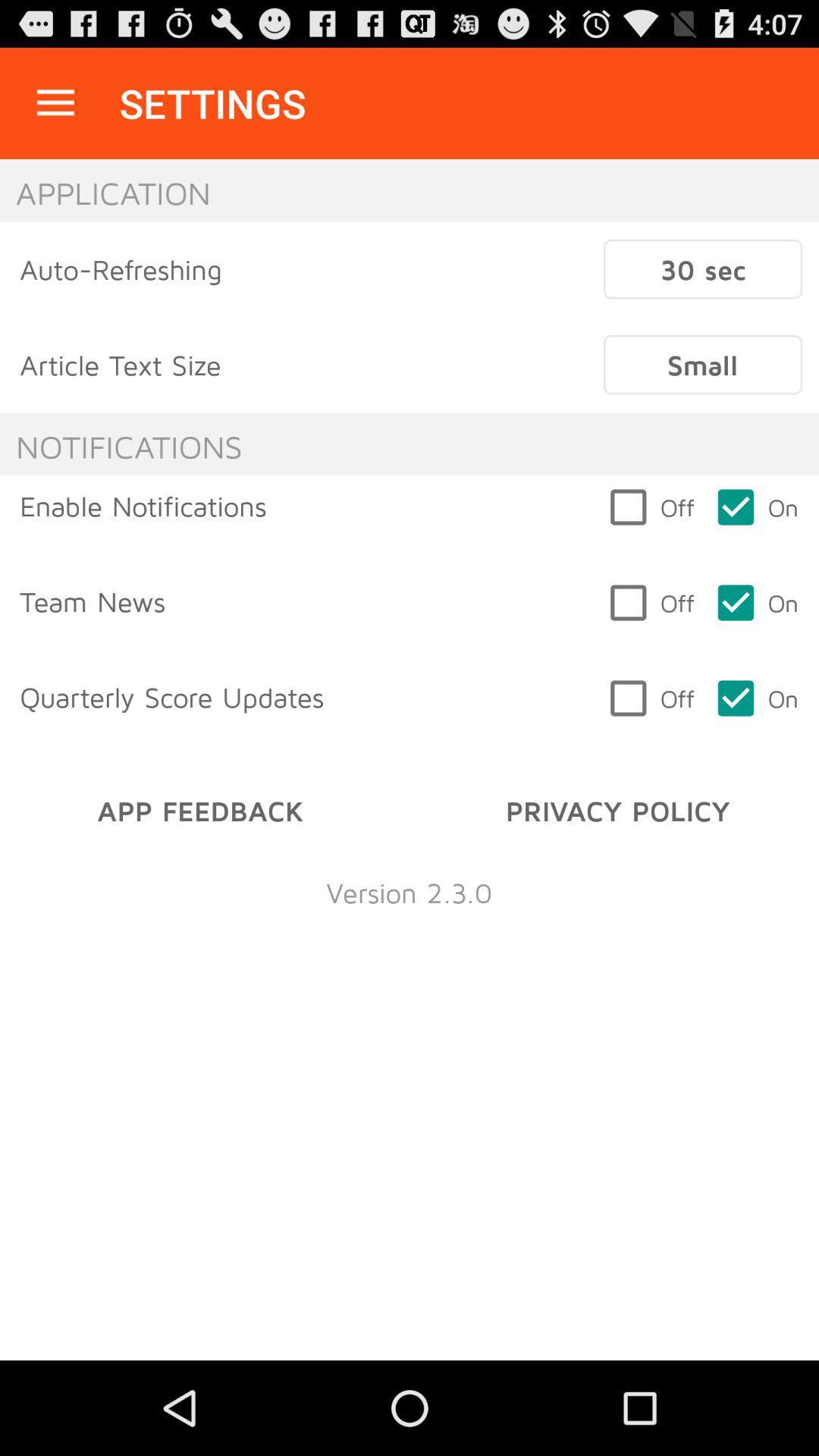 Image resolution: width=819 pixels, height=1456 pixels. What do you see at coordinates (55, 102) in the screenshot?
I see `icon to the left of settings app` at bounding box center [55, 102].